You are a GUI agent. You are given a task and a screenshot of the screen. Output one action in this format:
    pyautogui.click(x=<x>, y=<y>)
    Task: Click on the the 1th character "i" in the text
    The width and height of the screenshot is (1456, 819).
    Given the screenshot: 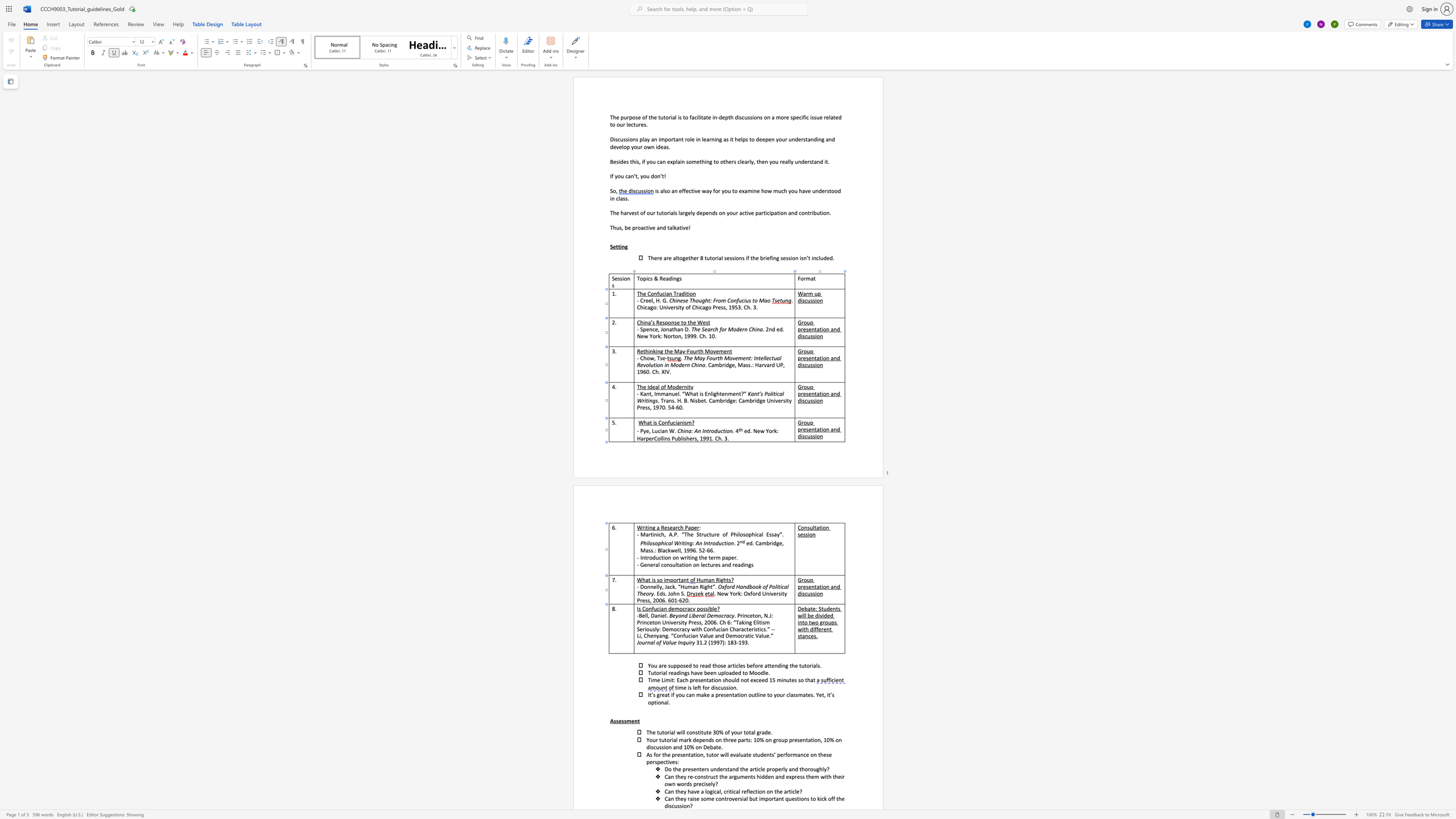 What is the action you would take?
    pyautogui.click(x=661, y=615)
    